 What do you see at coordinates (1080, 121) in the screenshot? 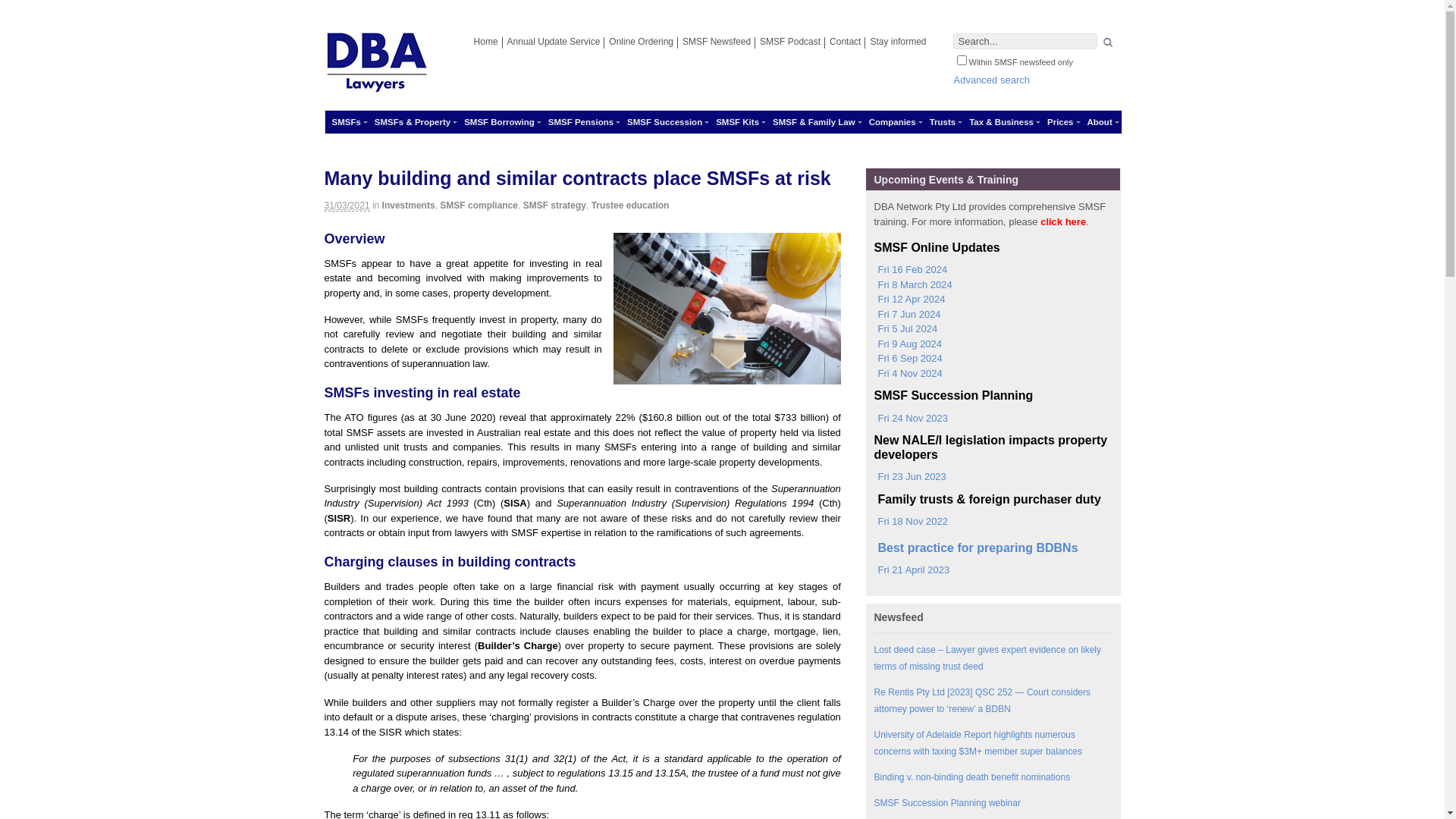
I see `'About'` at bounding box center [1080, 121].